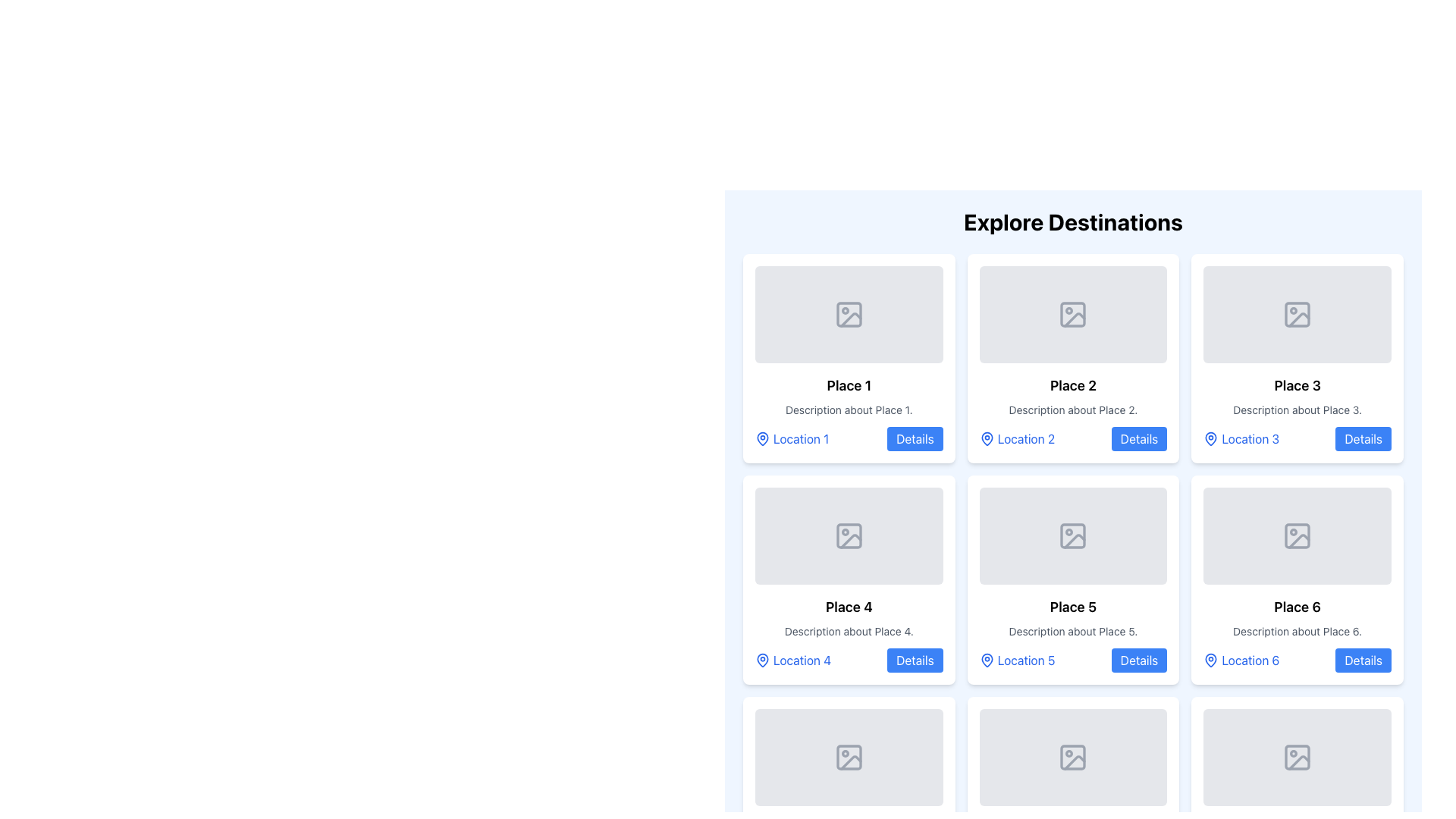  What do you see at coordinates (914, 438) in the screenshot?
I see `the blue button labeled 'Details' located at the bottom-right corner of the 'Place 1' card` at bounding box center [914, 438].